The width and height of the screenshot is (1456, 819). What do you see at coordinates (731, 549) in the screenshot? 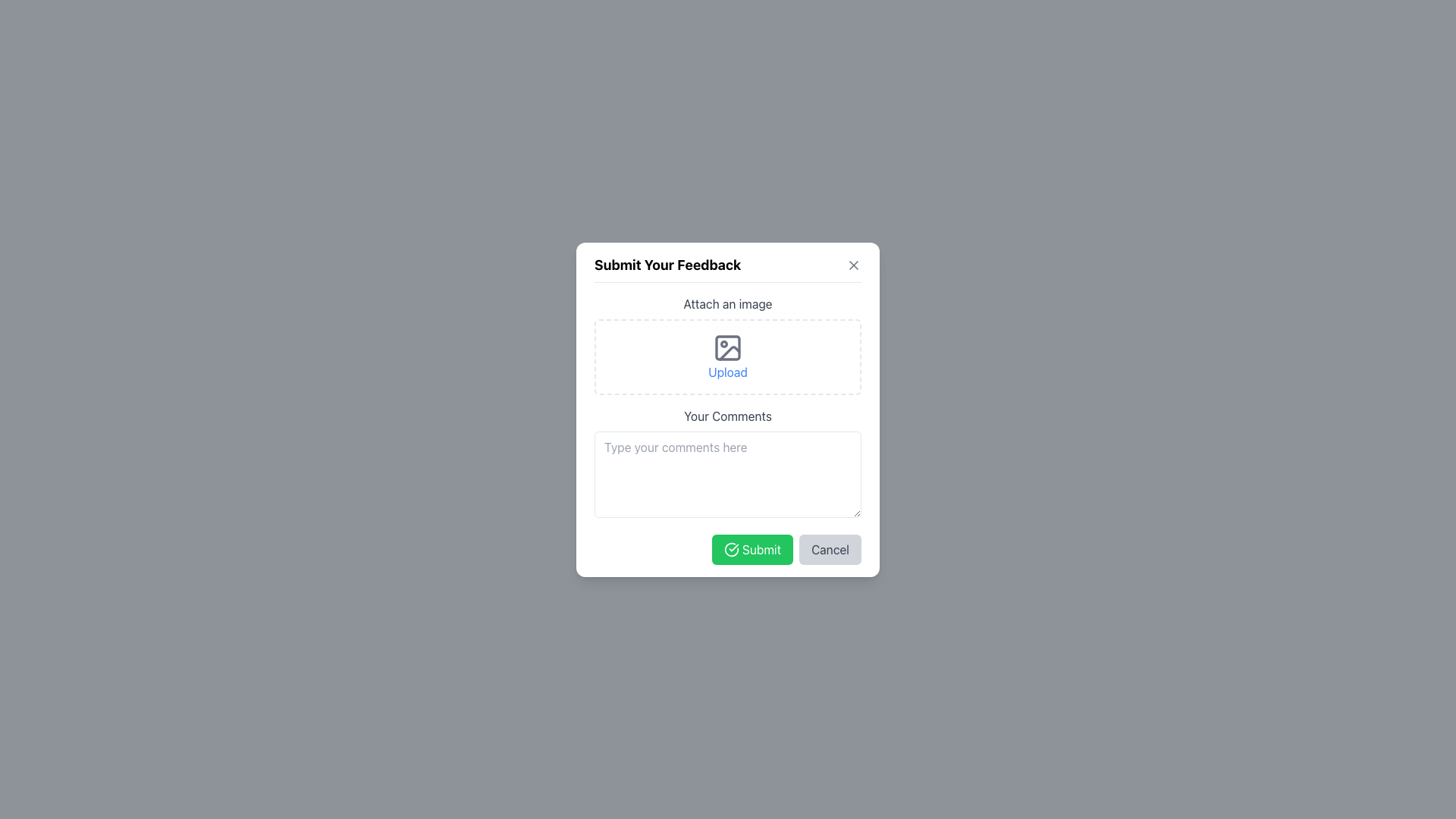
I see `the circular checkmark icon located within the top-left corner of the green 'Submit' button` at bounding box center [731, 549].